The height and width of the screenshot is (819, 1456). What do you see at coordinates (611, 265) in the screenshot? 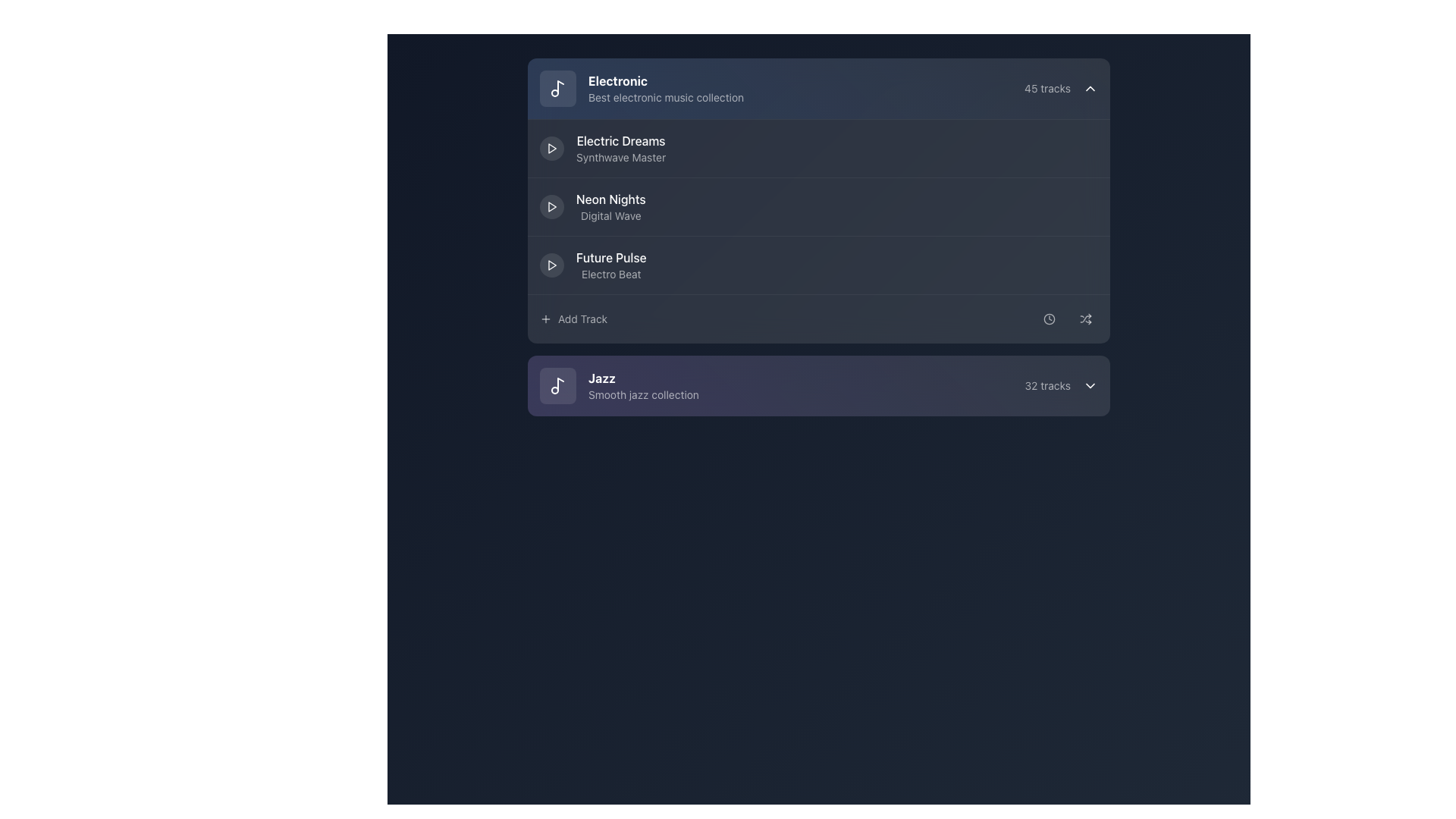
I see `the text label 'Future Pulse' under the 'Electronic' section` at bounding box center [611, 265].